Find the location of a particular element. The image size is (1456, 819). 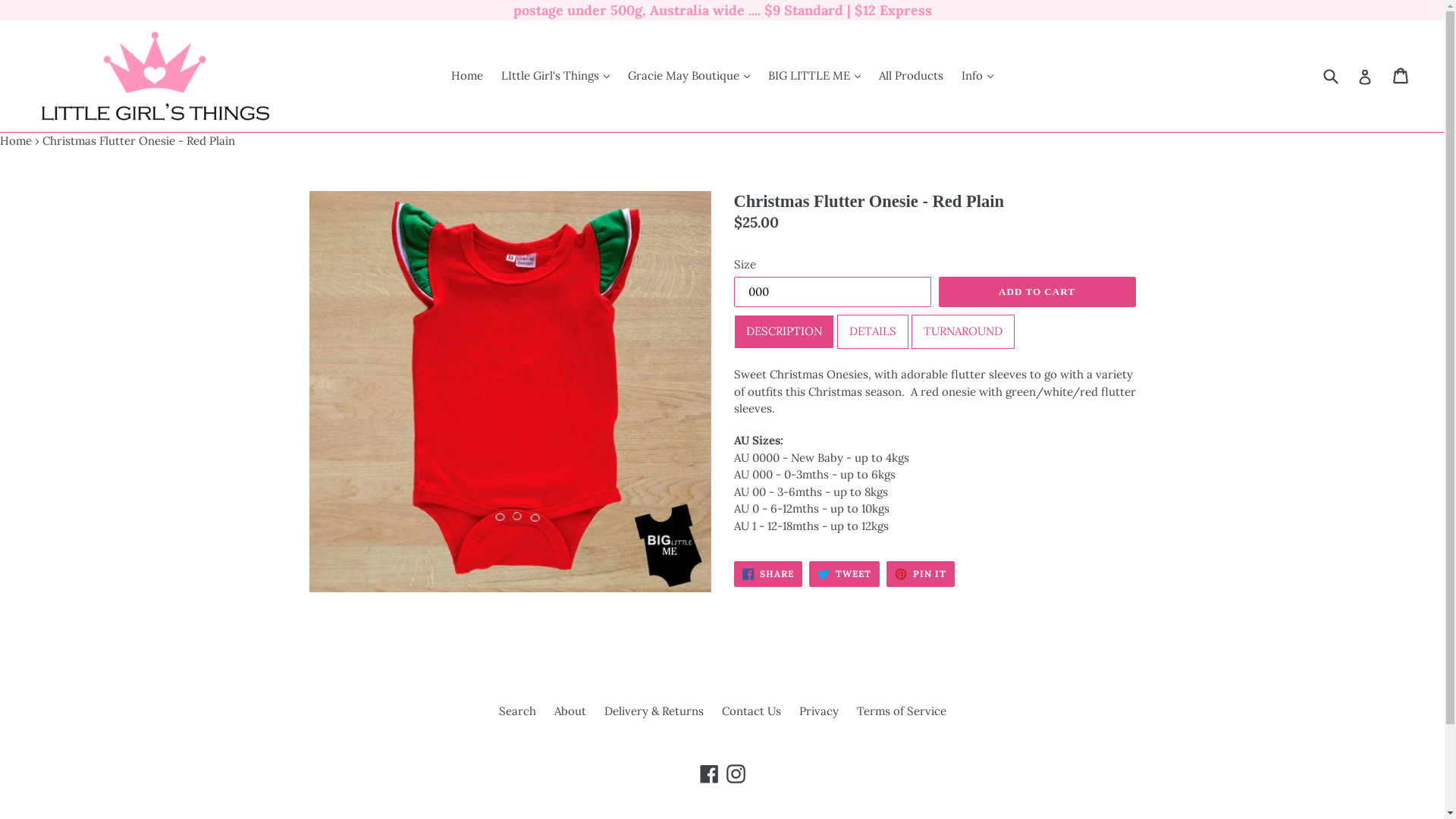

'Delivery & Returns' is located at coordinates (603, 711).